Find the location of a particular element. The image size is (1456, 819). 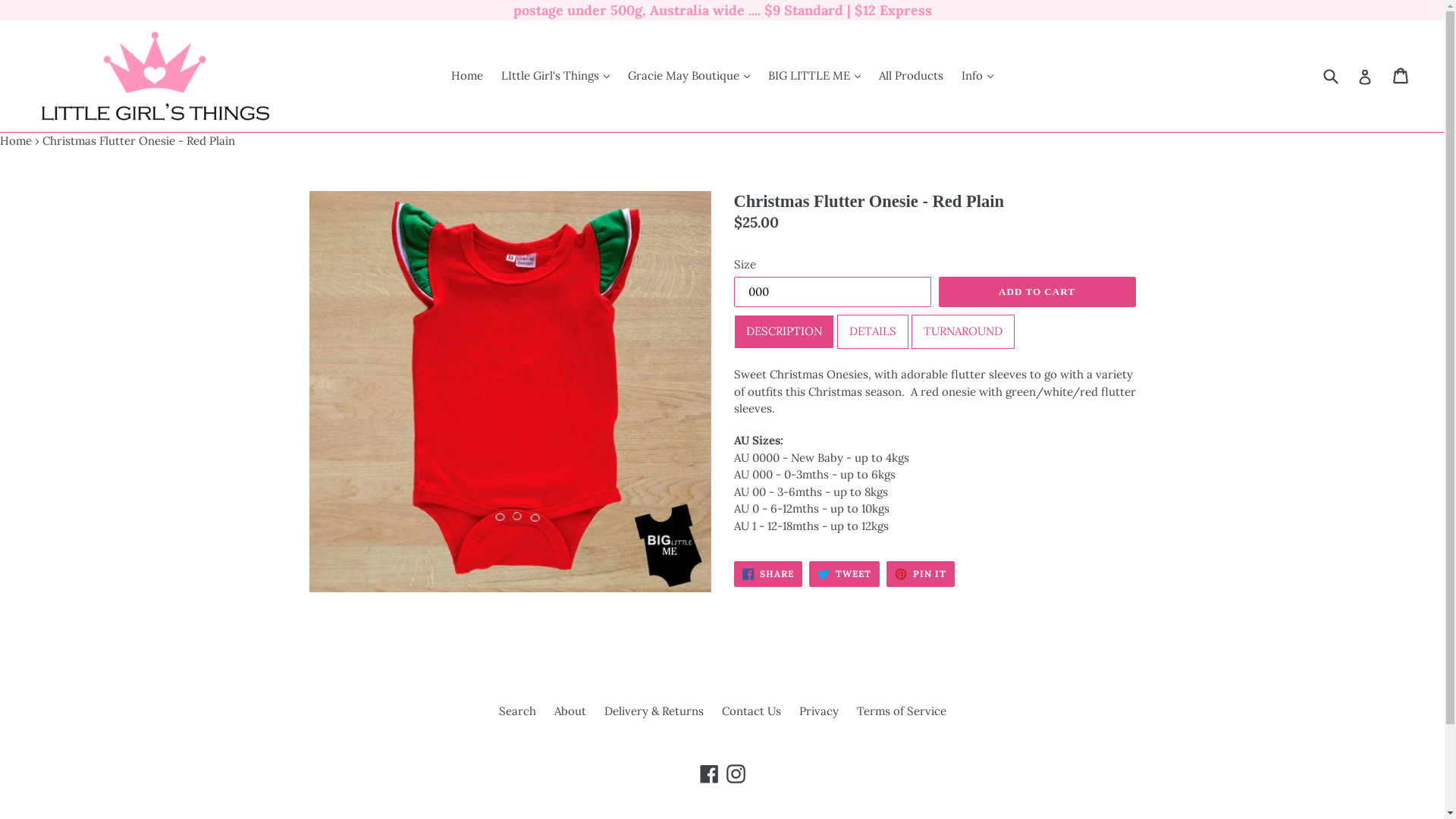

'Delivery & Returns' is located at coordinates (603, 711).